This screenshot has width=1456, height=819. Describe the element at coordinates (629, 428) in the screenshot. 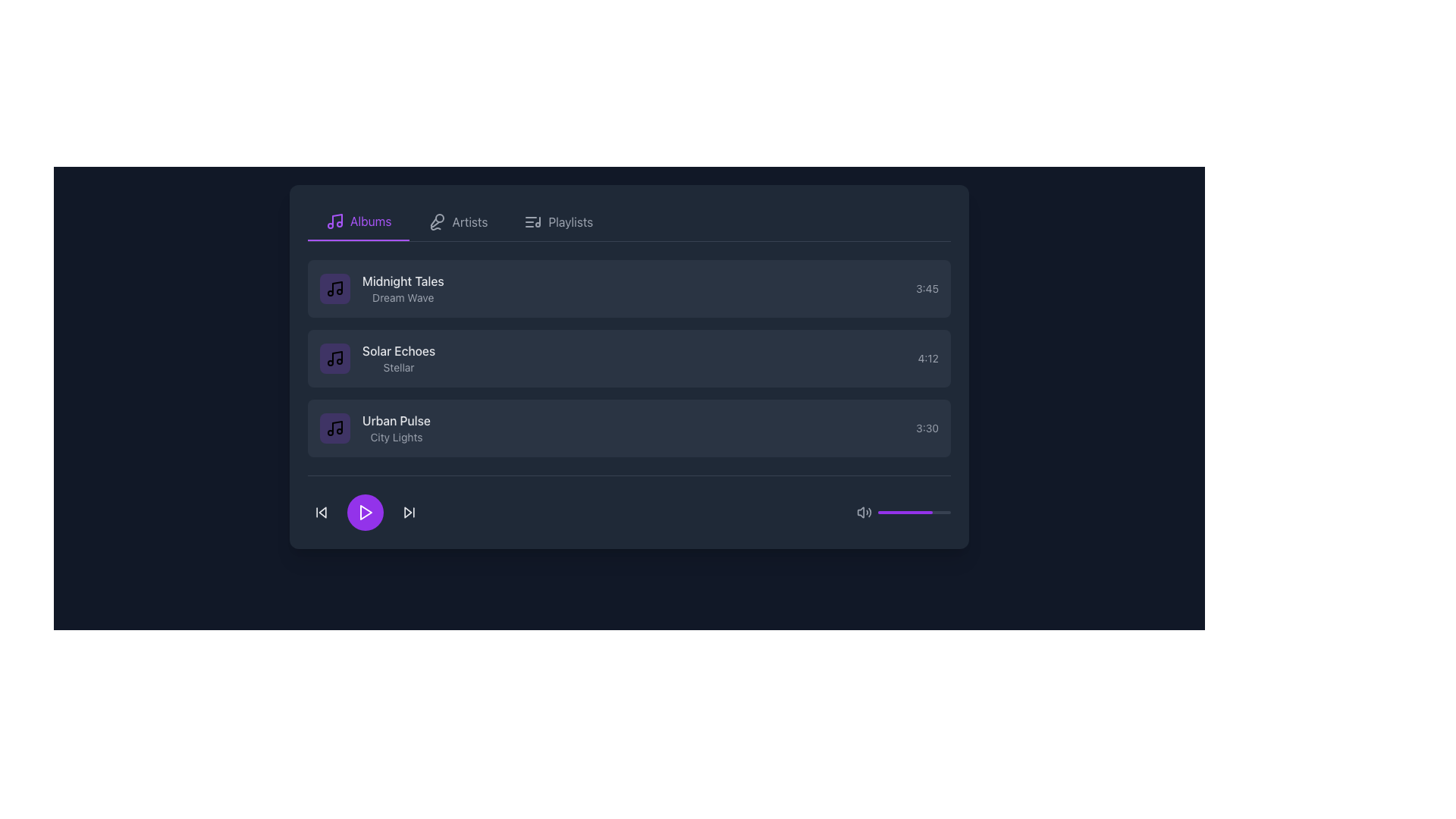

I see `the music track List Item (Track Card) displaying its title, subtitle, and duration, located as the third item in the list` at that location.